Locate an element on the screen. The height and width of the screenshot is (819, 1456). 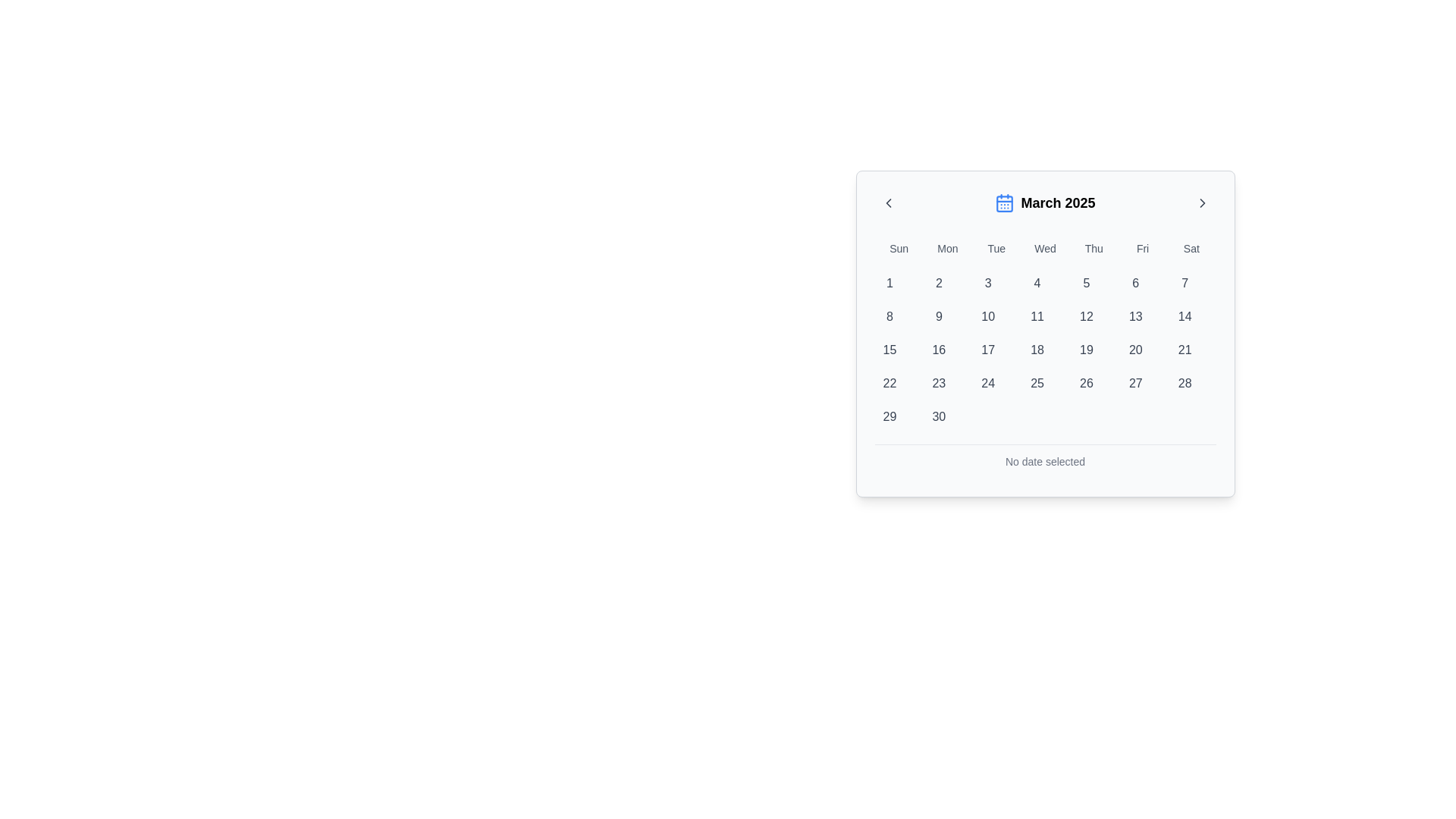
the button labeled '9' in the calendar component is located at coordinates (938, 315).